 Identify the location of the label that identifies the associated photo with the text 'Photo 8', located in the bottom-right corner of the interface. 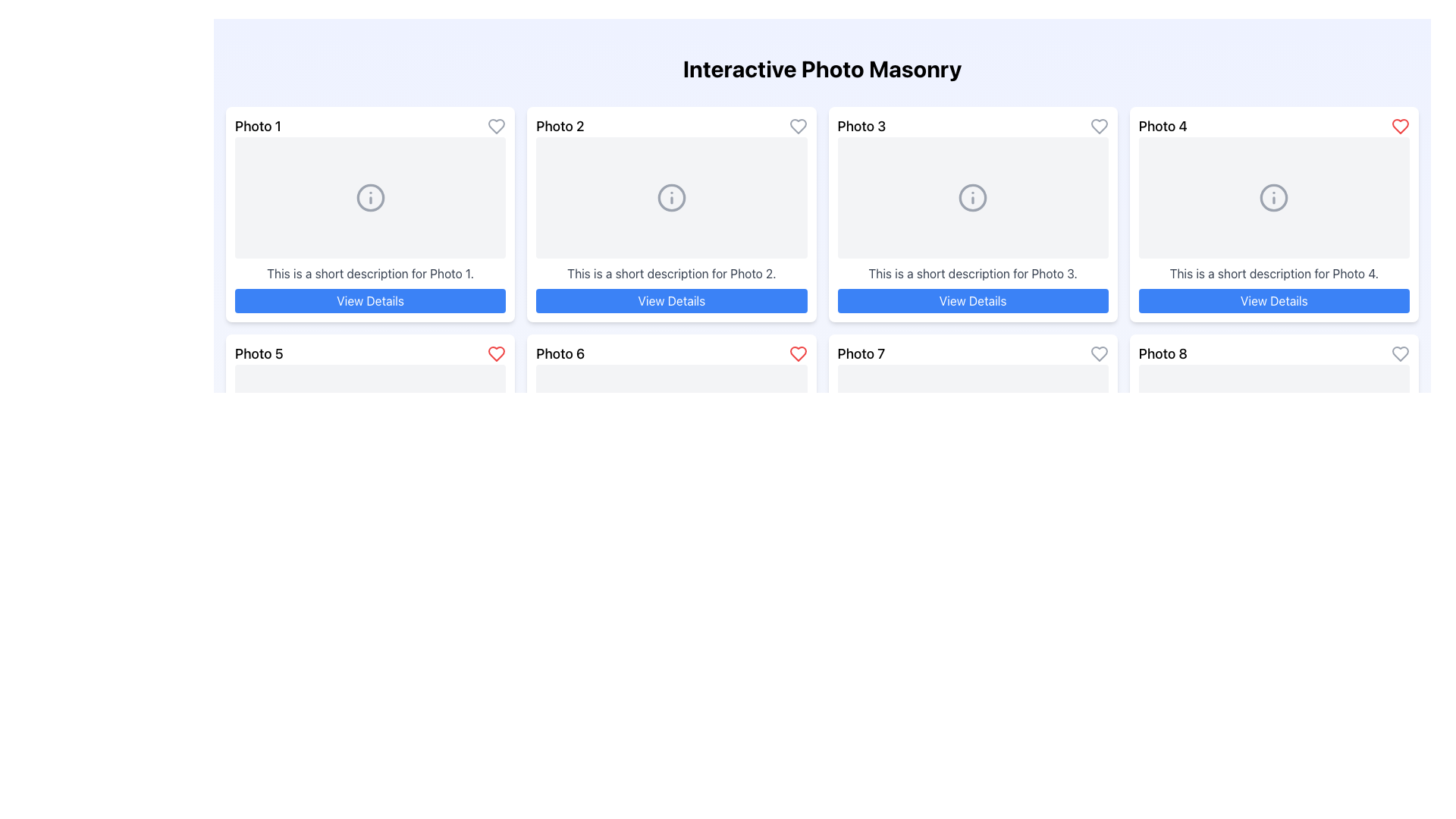
(1162, 353).